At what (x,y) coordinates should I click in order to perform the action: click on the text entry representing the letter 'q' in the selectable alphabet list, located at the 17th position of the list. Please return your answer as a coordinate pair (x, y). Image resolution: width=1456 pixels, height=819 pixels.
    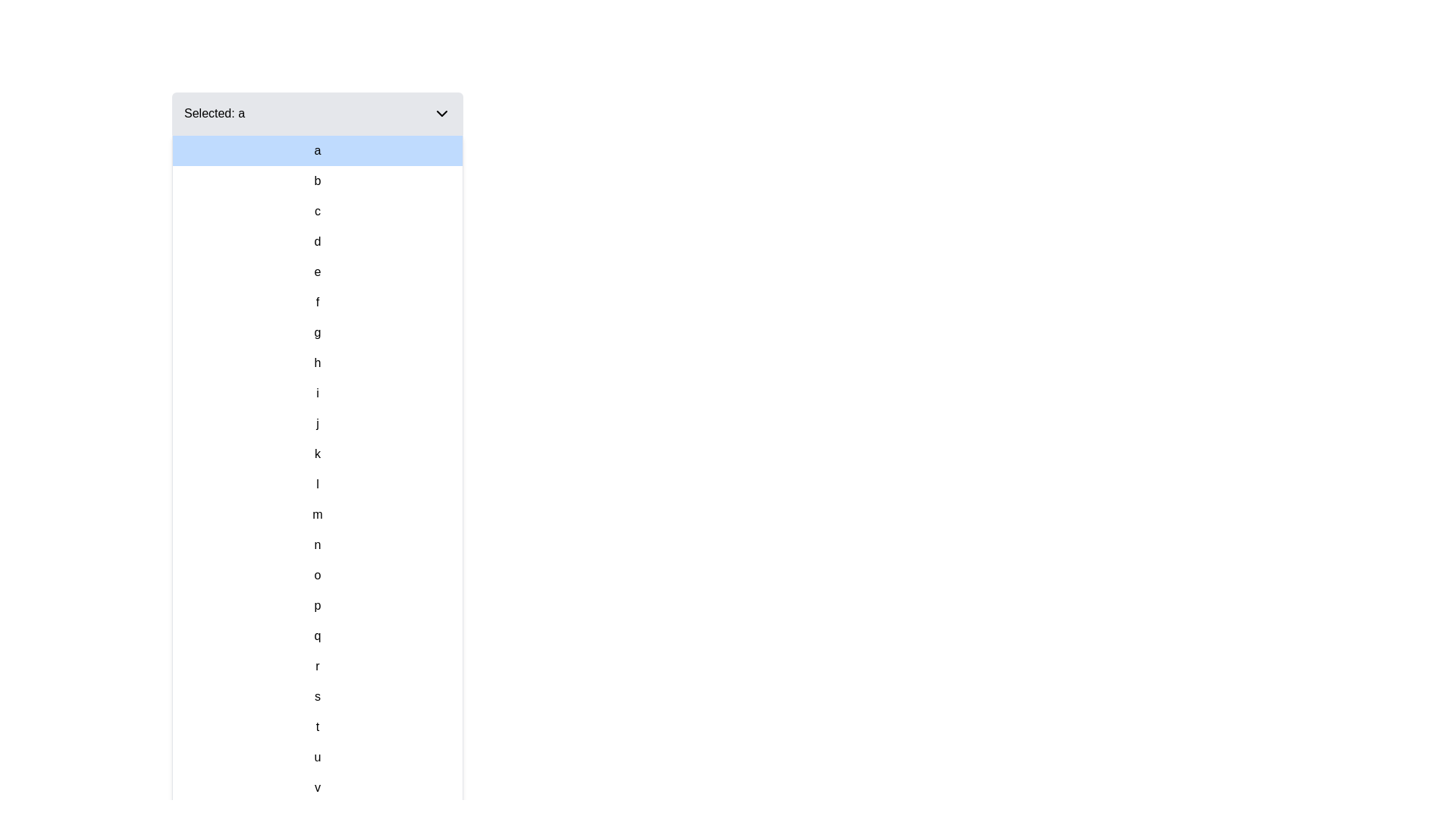
    Looking at the image, I should click on (316, 636).